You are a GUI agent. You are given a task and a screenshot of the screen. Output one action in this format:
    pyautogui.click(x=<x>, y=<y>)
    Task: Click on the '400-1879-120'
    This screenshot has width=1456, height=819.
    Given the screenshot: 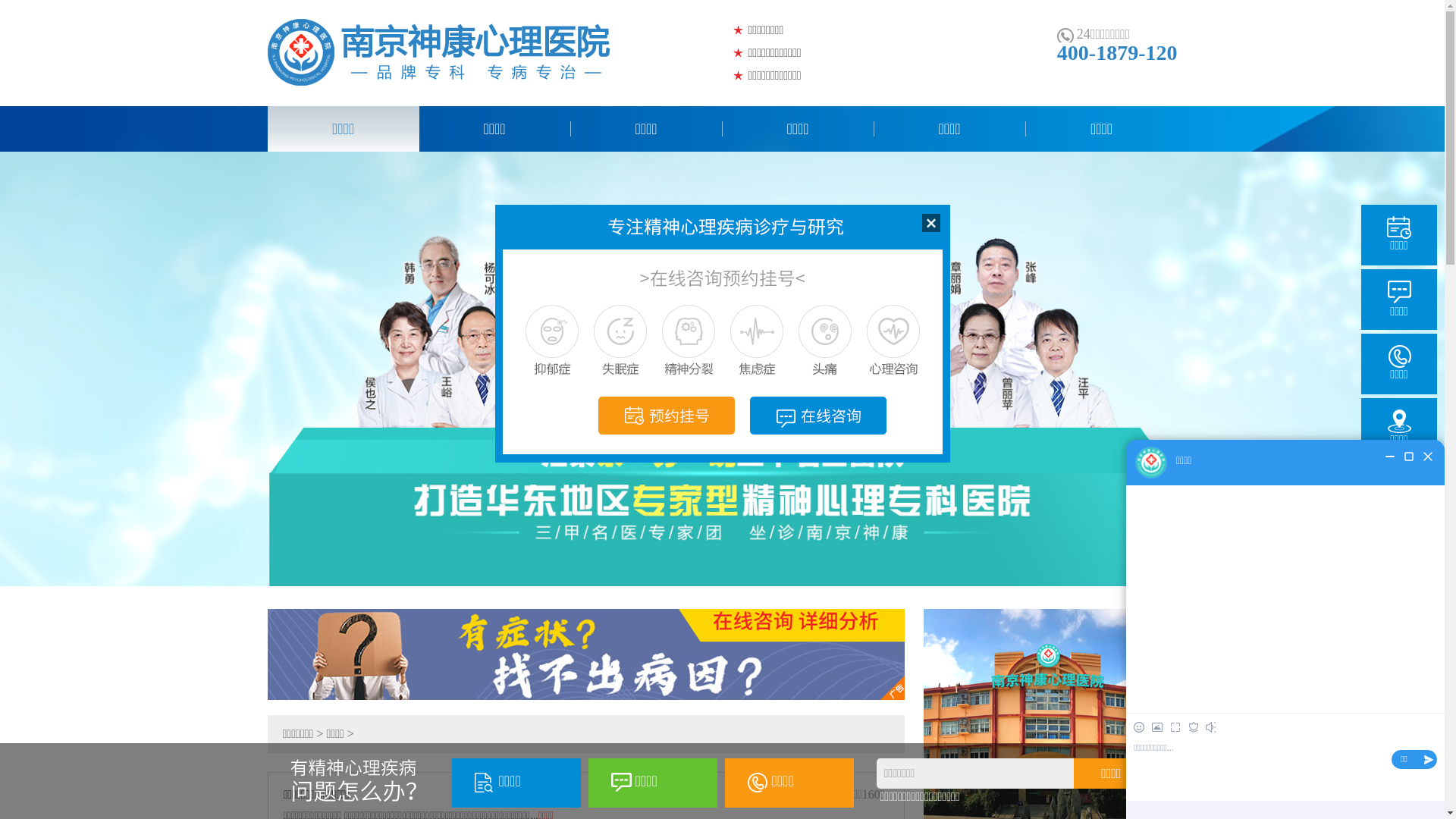 What is the action you would take?
    pyautogui.click(x=1117, y=52)
    